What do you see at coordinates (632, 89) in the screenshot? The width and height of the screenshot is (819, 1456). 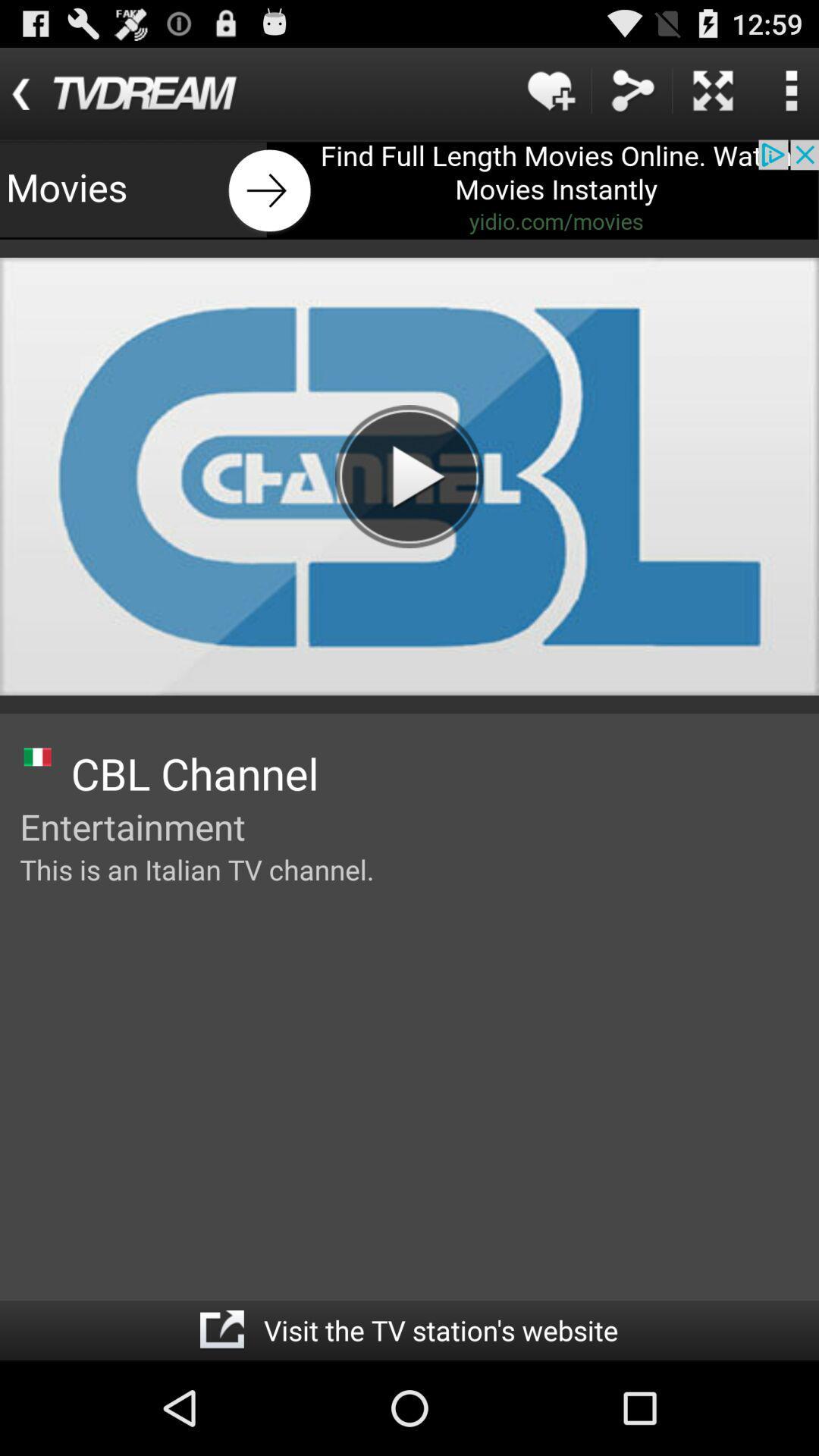 I see `share this application` at bounding box center [632, 89].